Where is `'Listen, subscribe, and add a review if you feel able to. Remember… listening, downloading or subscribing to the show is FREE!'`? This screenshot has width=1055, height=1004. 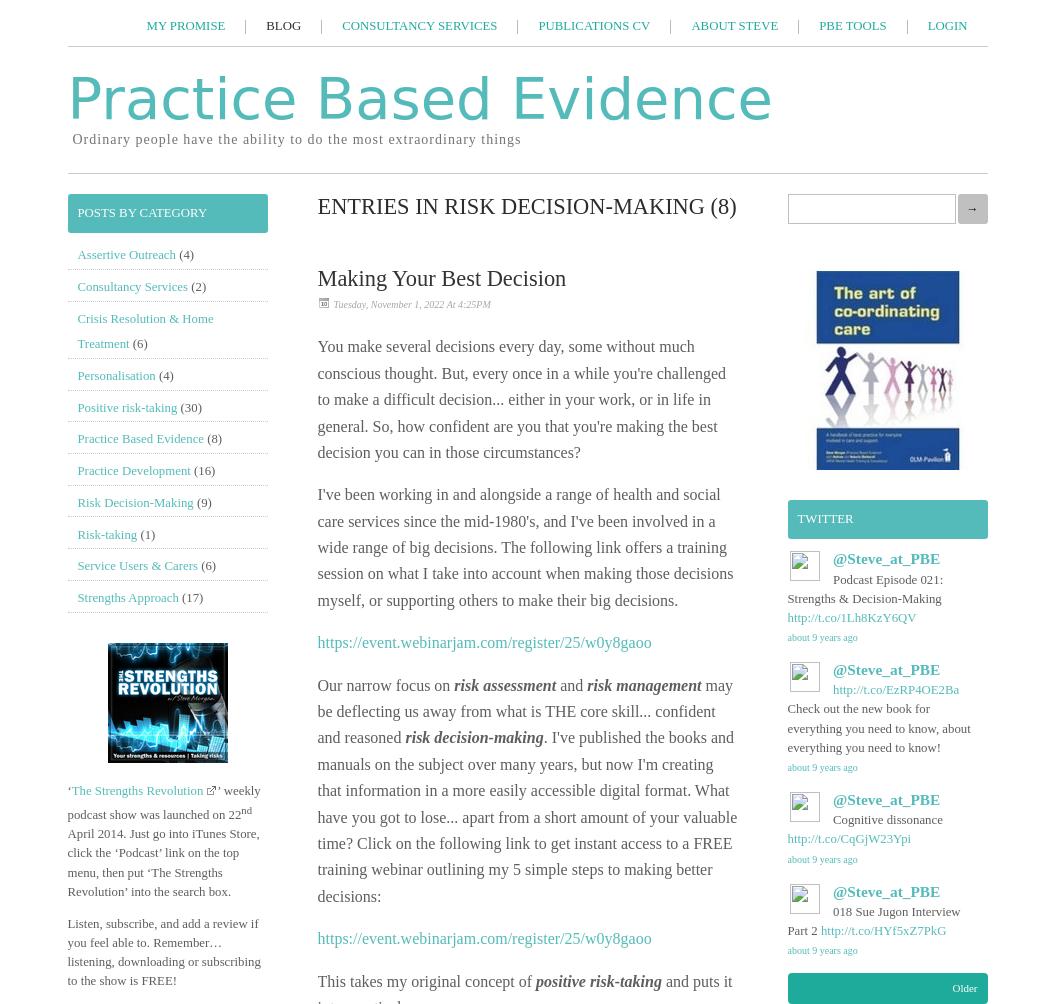 'Listen, subscribe, and add a review if you feel able to. Remember… listening, downloading or subscribing to the show is FREE!' is located at coordinates (163, 950).